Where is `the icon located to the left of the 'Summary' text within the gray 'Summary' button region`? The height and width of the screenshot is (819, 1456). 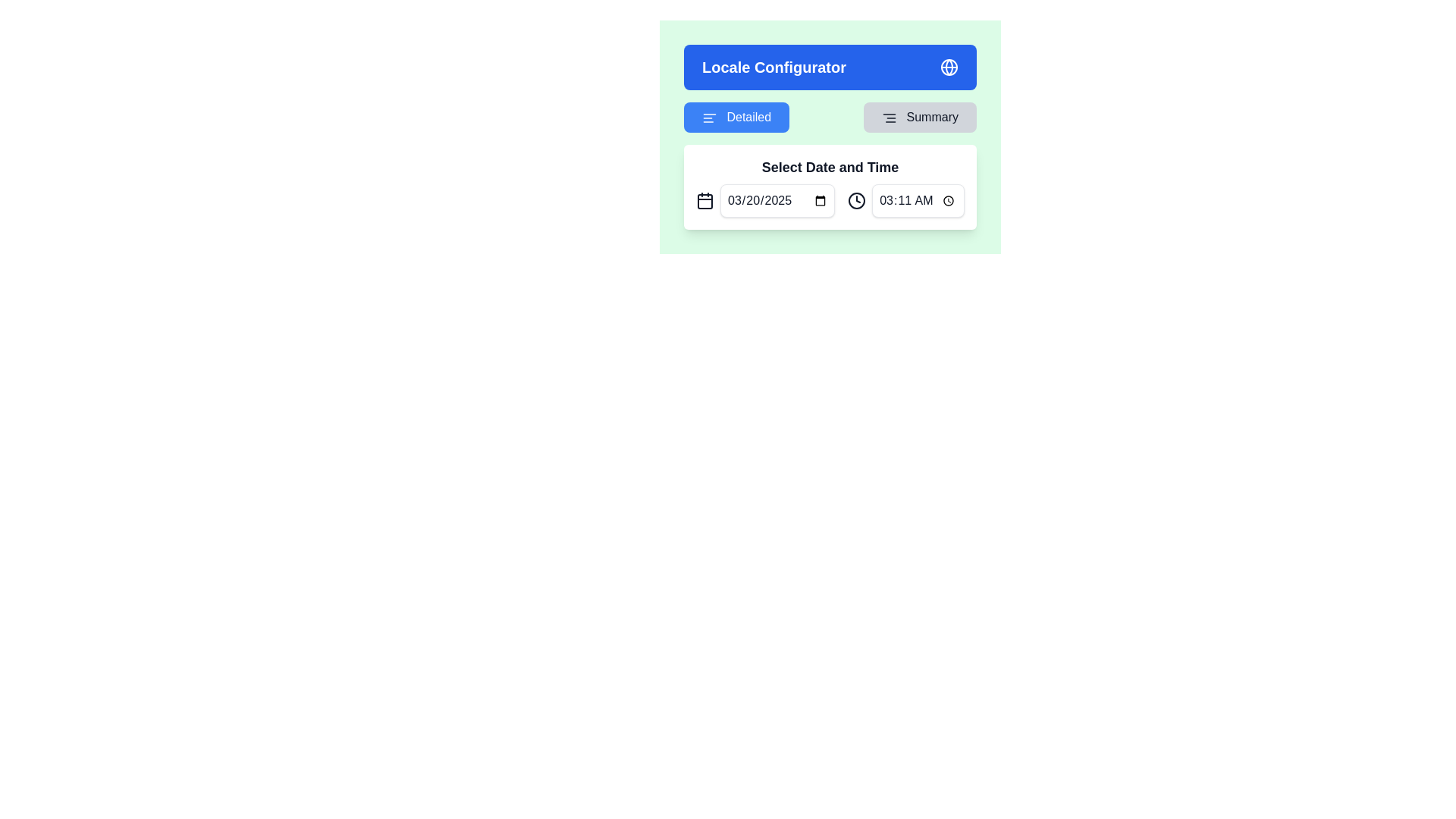
the icon located to the left of the 'Summary' text within the gray 'Summary' button region is located at coordinates (890, 117).